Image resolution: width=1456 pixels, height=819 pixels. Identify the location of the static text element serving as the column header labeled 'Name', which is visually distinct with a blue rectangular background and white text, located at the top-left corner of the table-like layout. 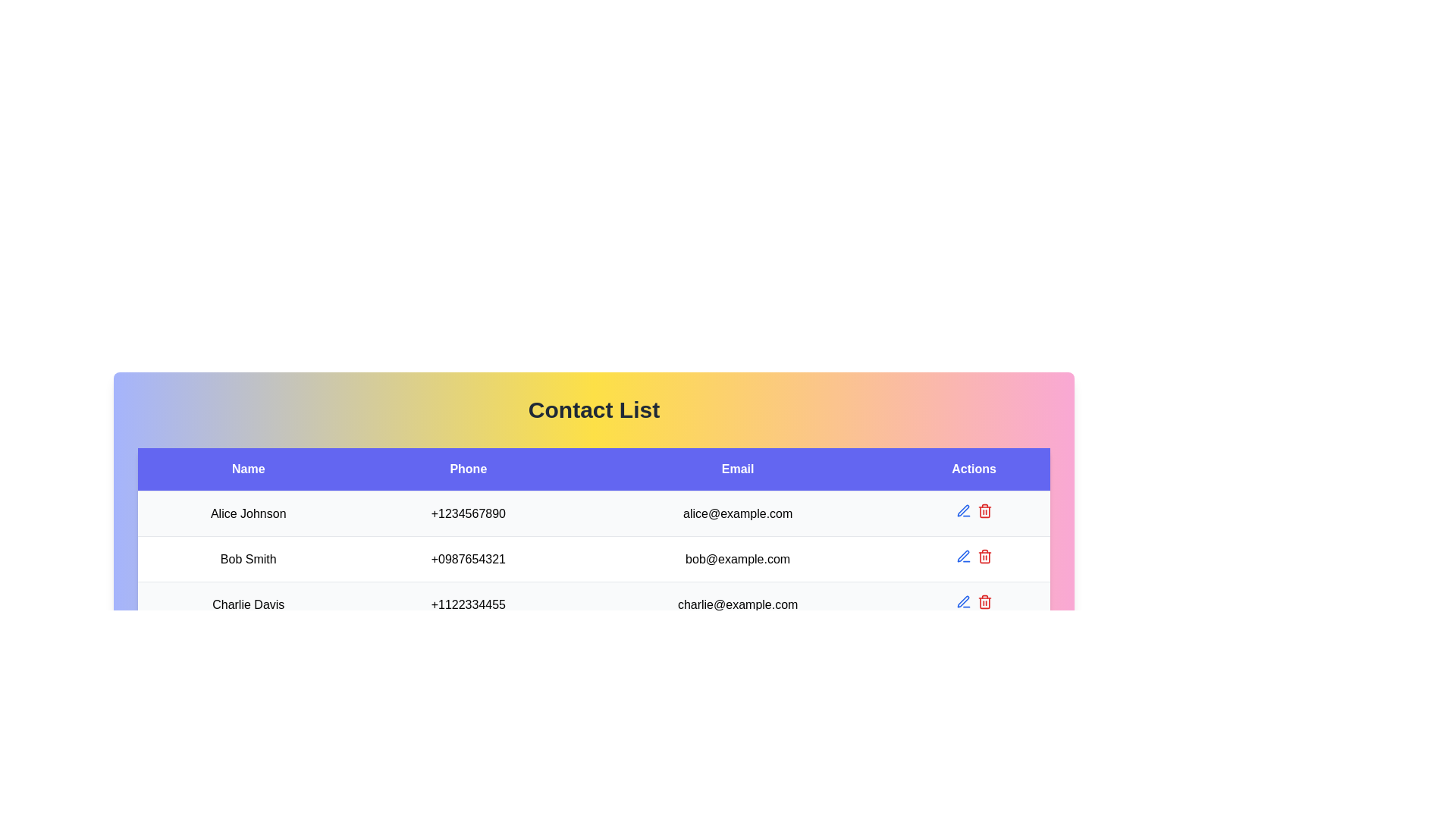
(248, 469).